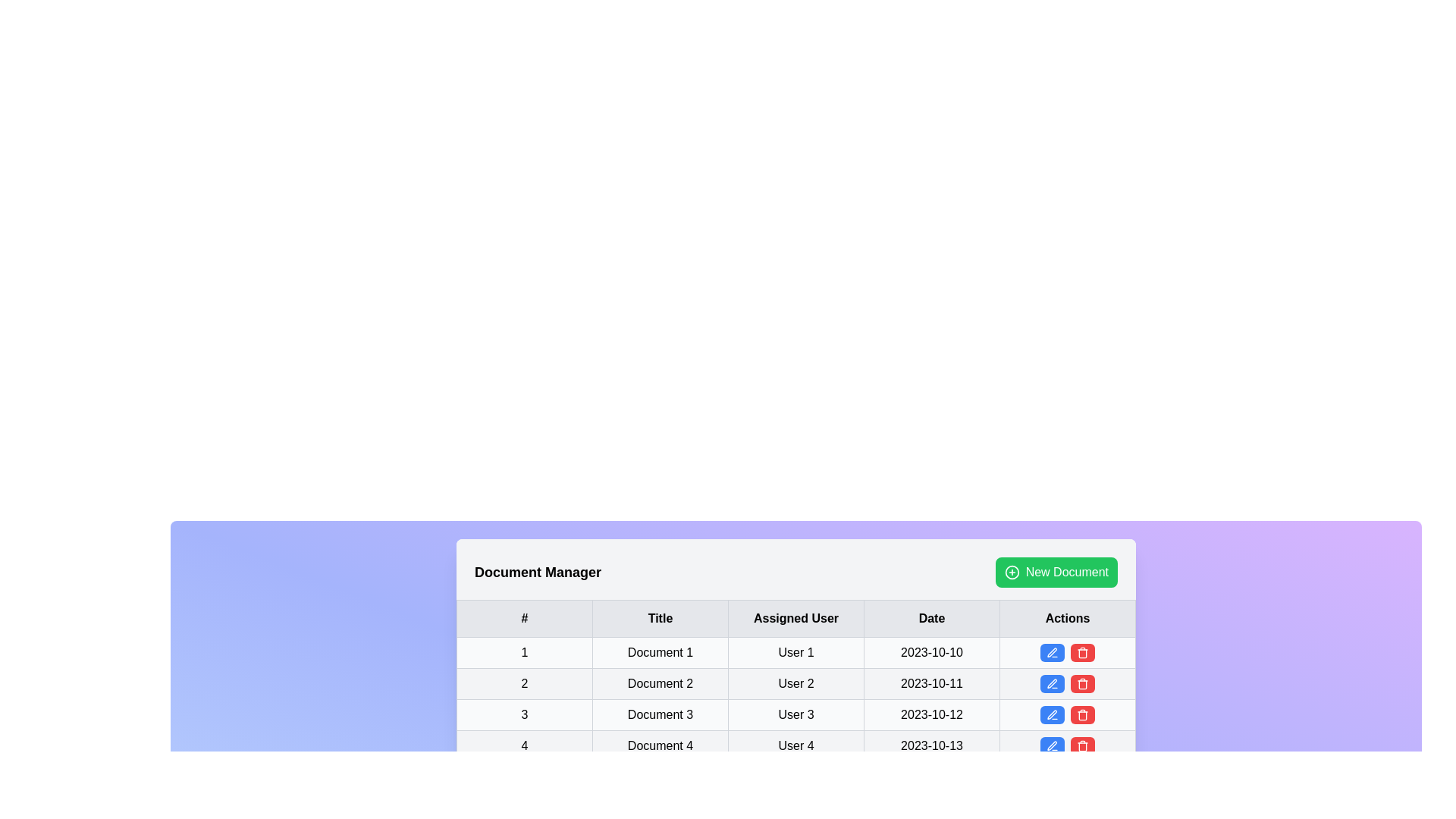  Describe the element at coordinates (1056, 573) in the screenshot. I see `the button located on the right side of the top bar in the 'Document Manager' section to initiate the document creation process` at that location.